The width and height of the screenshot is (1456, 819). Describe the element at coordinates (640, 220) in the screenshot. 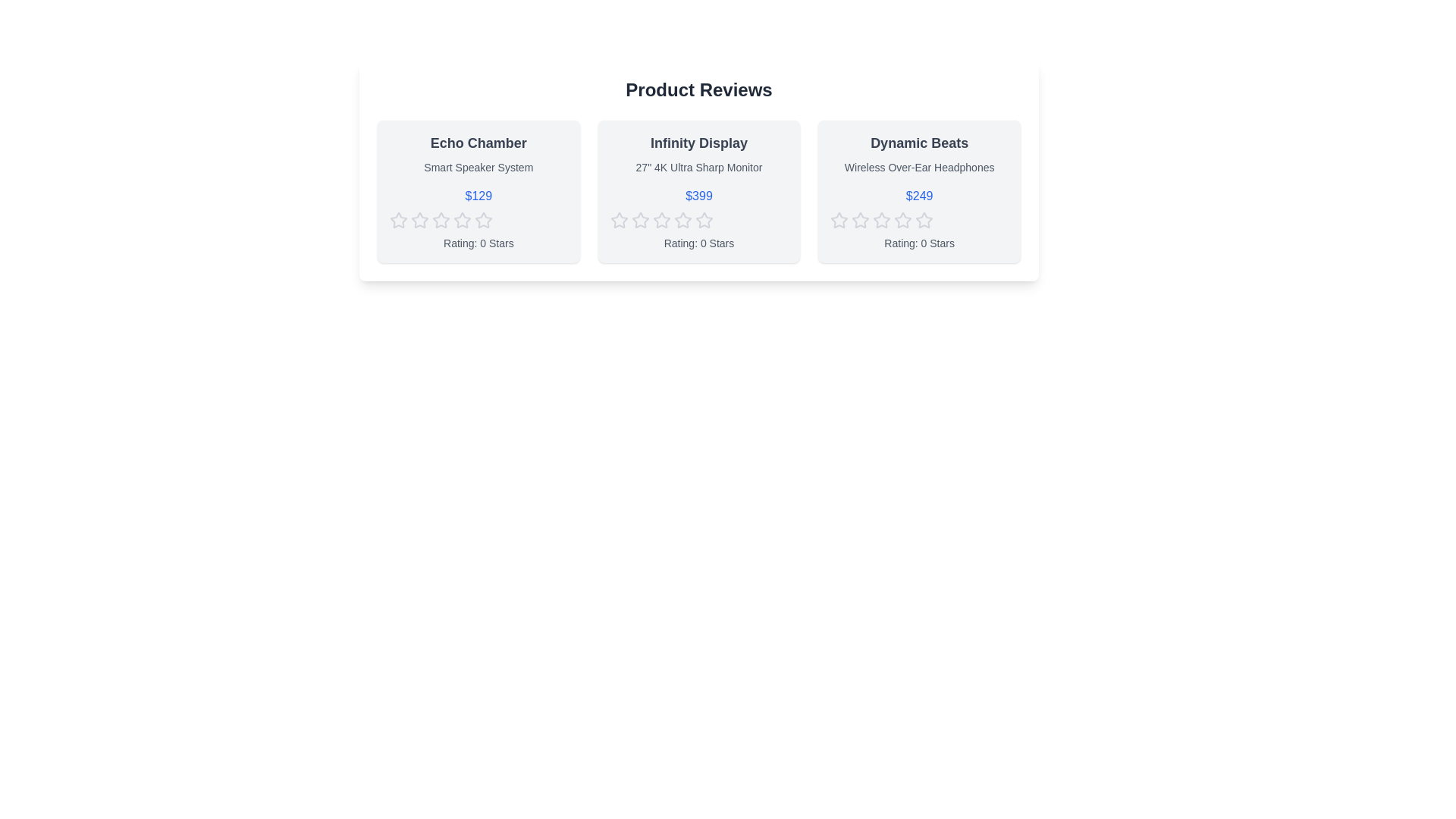

I see `the first Rating Star Icon in the five-star rating bar under the product titled 'Infinity Display'` at that location.